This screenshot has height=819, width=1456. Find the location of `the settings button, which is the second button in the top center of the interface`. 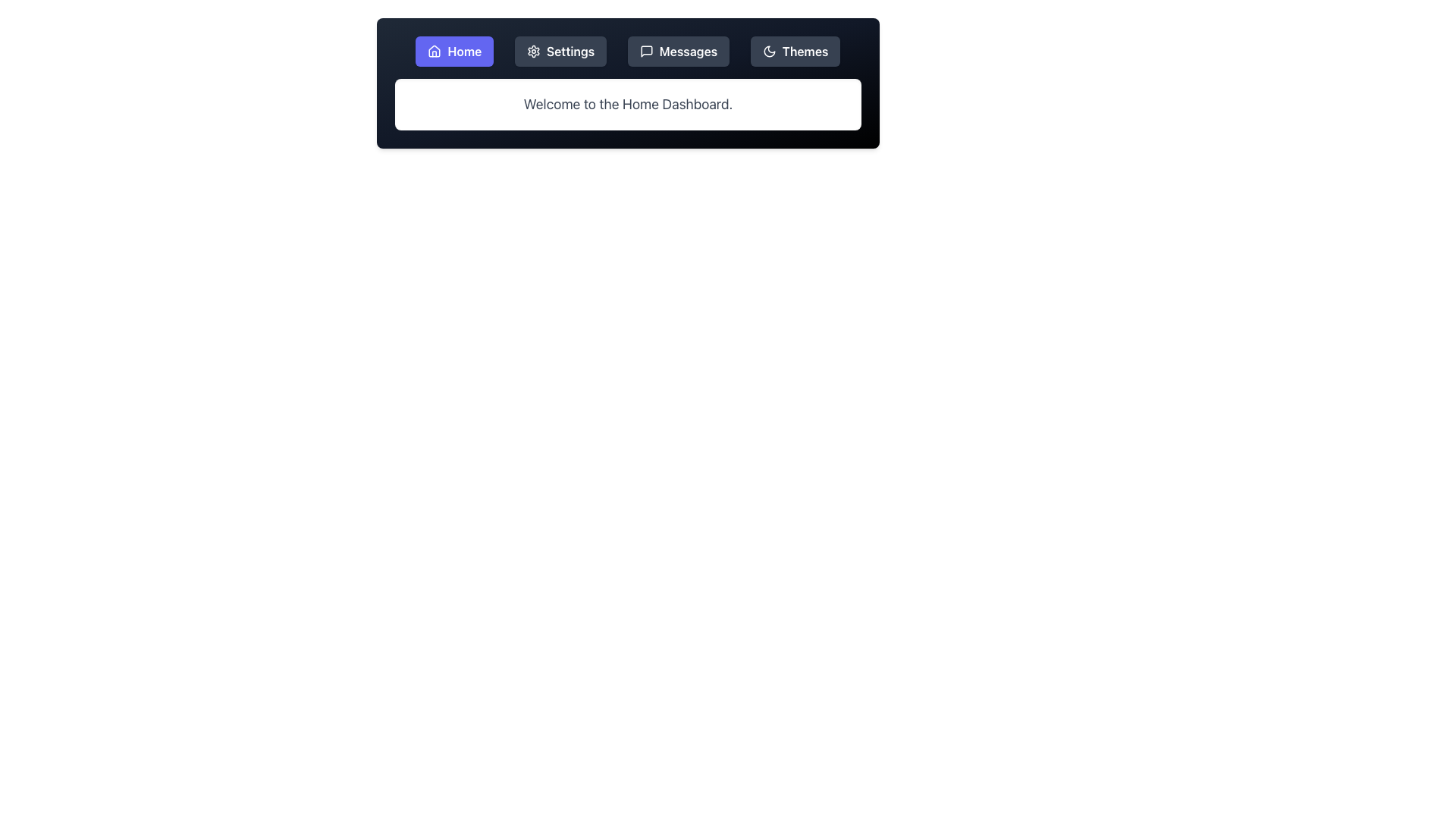

the settings button, which is the second button in the top center of the interface is located at coordinates (560, 51).